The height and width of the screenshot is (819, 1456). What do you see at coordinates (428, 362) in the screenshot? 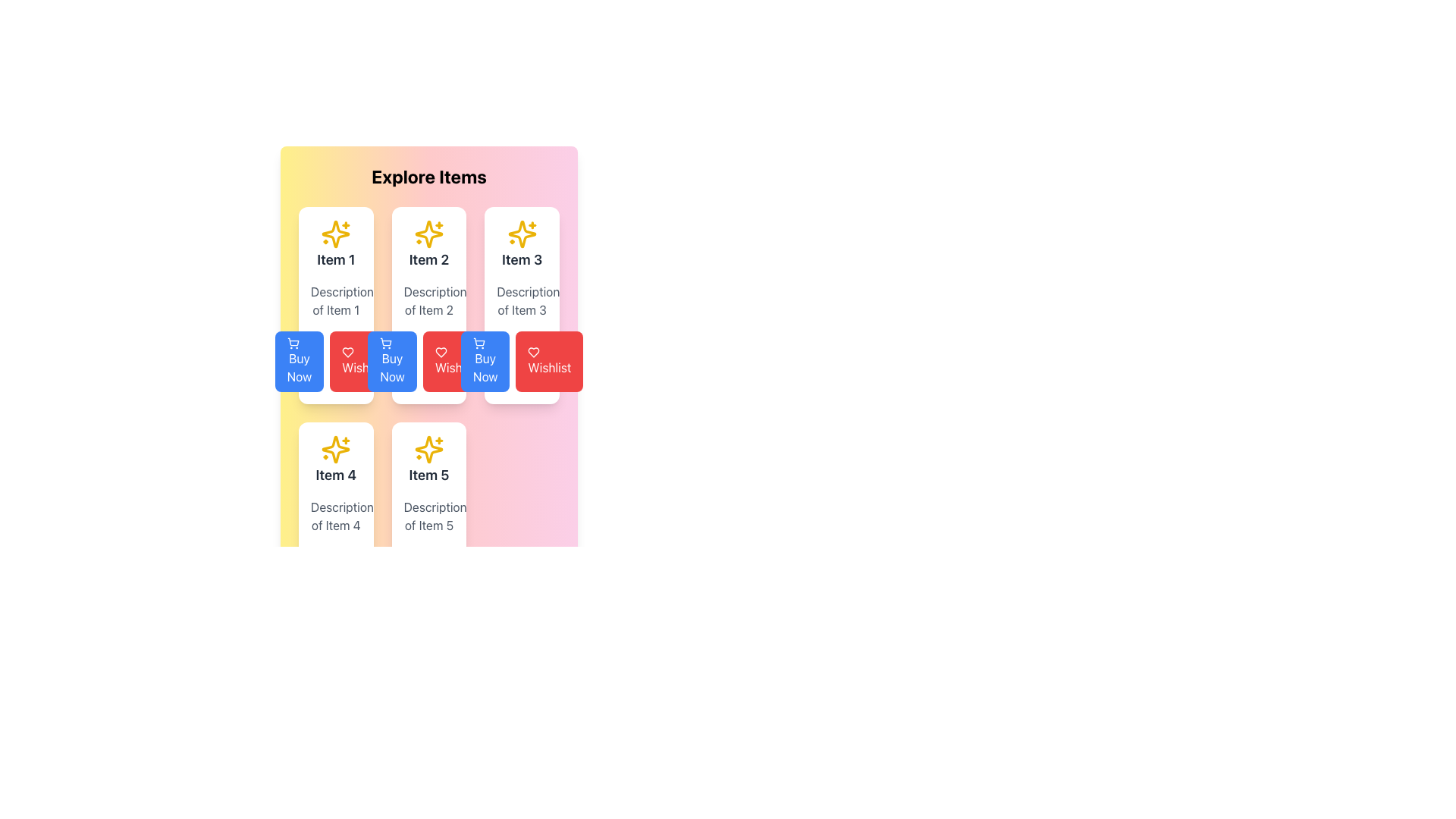
I see `the red button with rounded corners and white text reading 'Wishlist'` at bounding box center [428, 362].